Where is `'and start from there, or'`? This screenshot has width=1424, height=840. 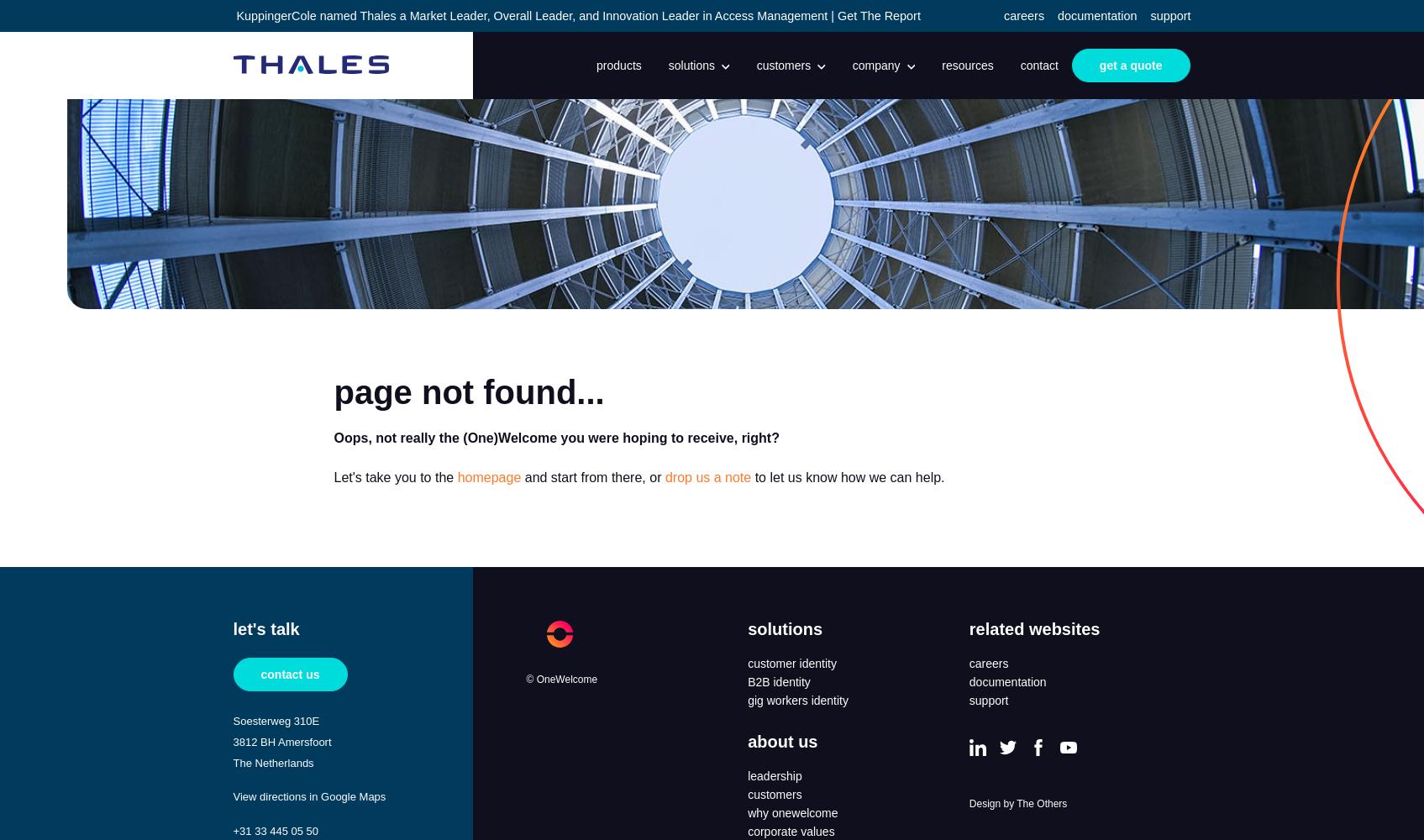
'and start from there, or' is located at coordinates (592, 475).